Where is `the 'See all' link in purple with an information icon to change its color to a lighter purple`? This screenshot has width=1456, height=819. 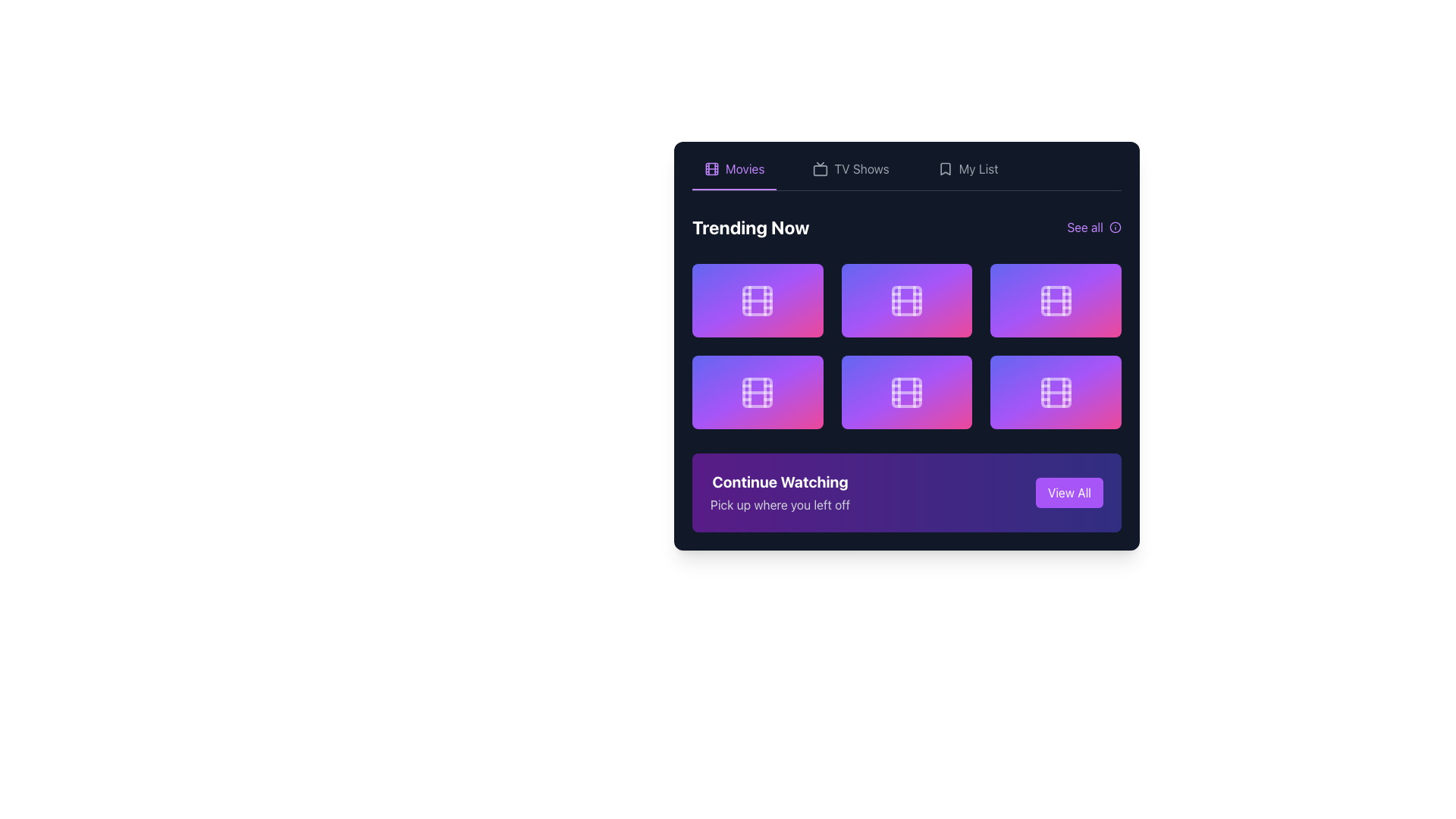
the 'See all' link in purple with an information icon to change its color to a lighter purple is located at coordinates (1094, 227).